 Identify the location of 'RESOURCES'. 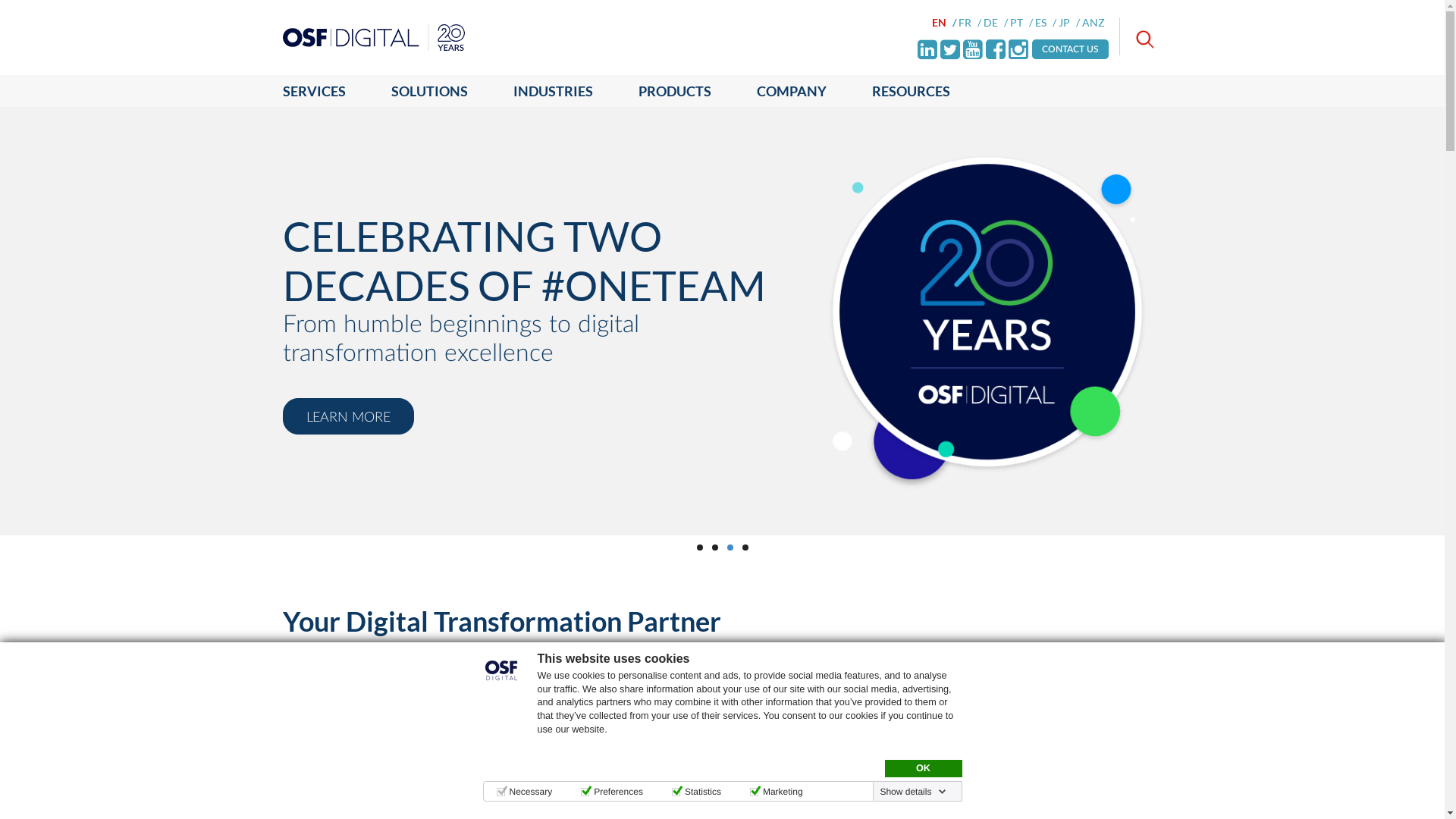
(848, 90).